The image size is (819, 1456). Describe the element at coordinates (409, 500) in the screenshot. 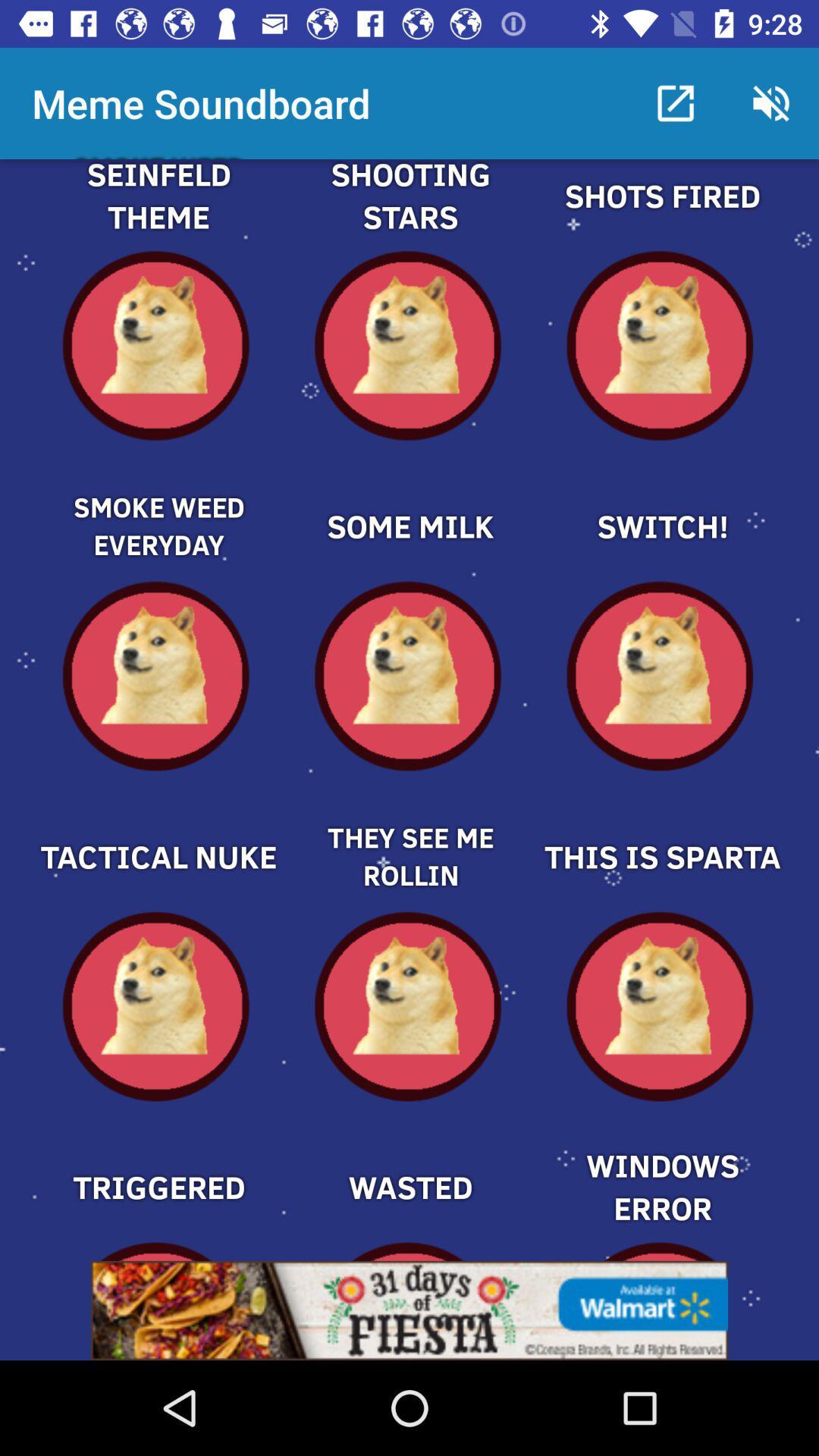

I see `displayed sound` at that location.